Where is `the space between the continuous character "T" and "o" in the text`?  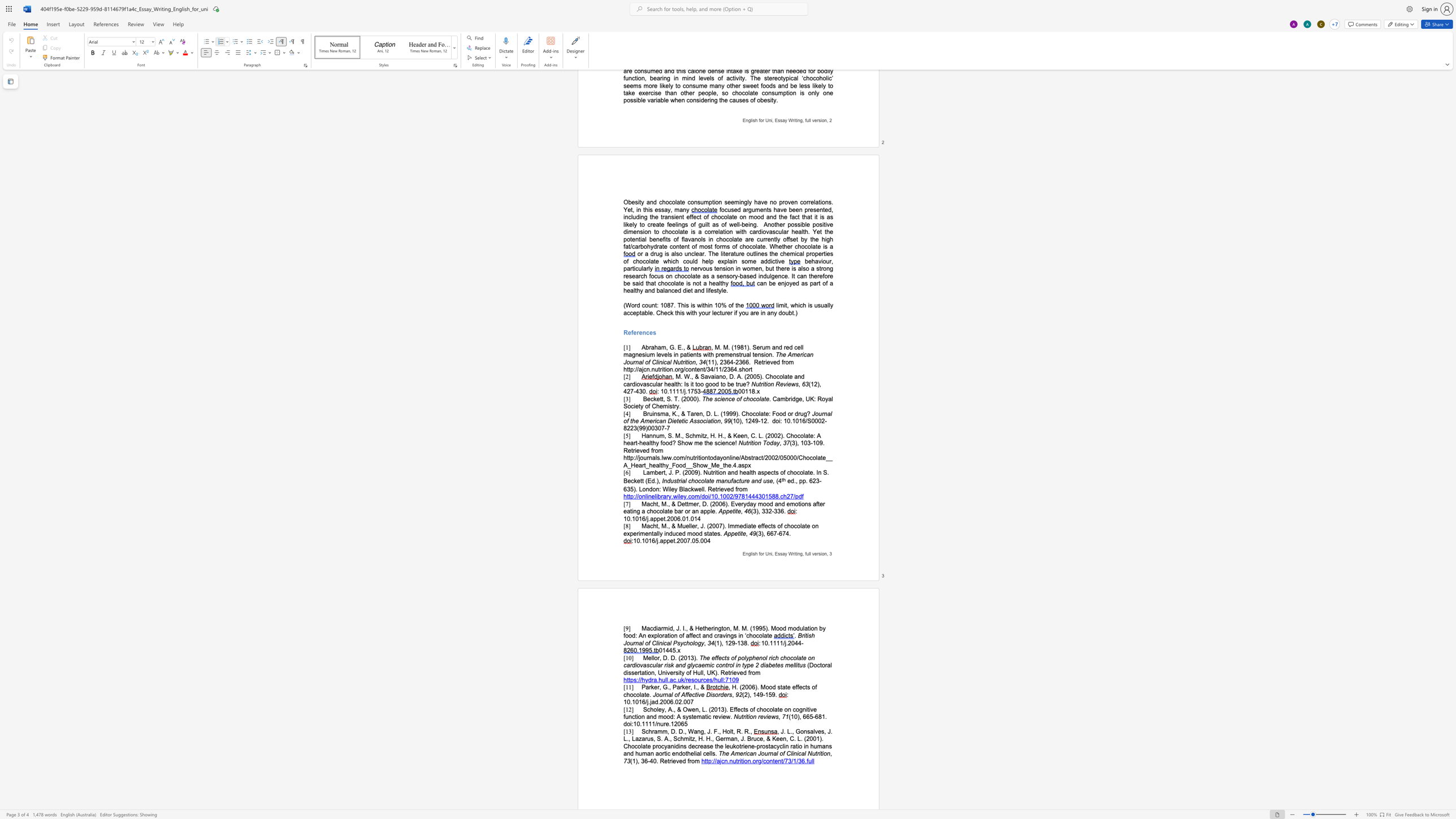
the space between the continuous character "T" and "o" in the text is located at coordinates (765, 443).